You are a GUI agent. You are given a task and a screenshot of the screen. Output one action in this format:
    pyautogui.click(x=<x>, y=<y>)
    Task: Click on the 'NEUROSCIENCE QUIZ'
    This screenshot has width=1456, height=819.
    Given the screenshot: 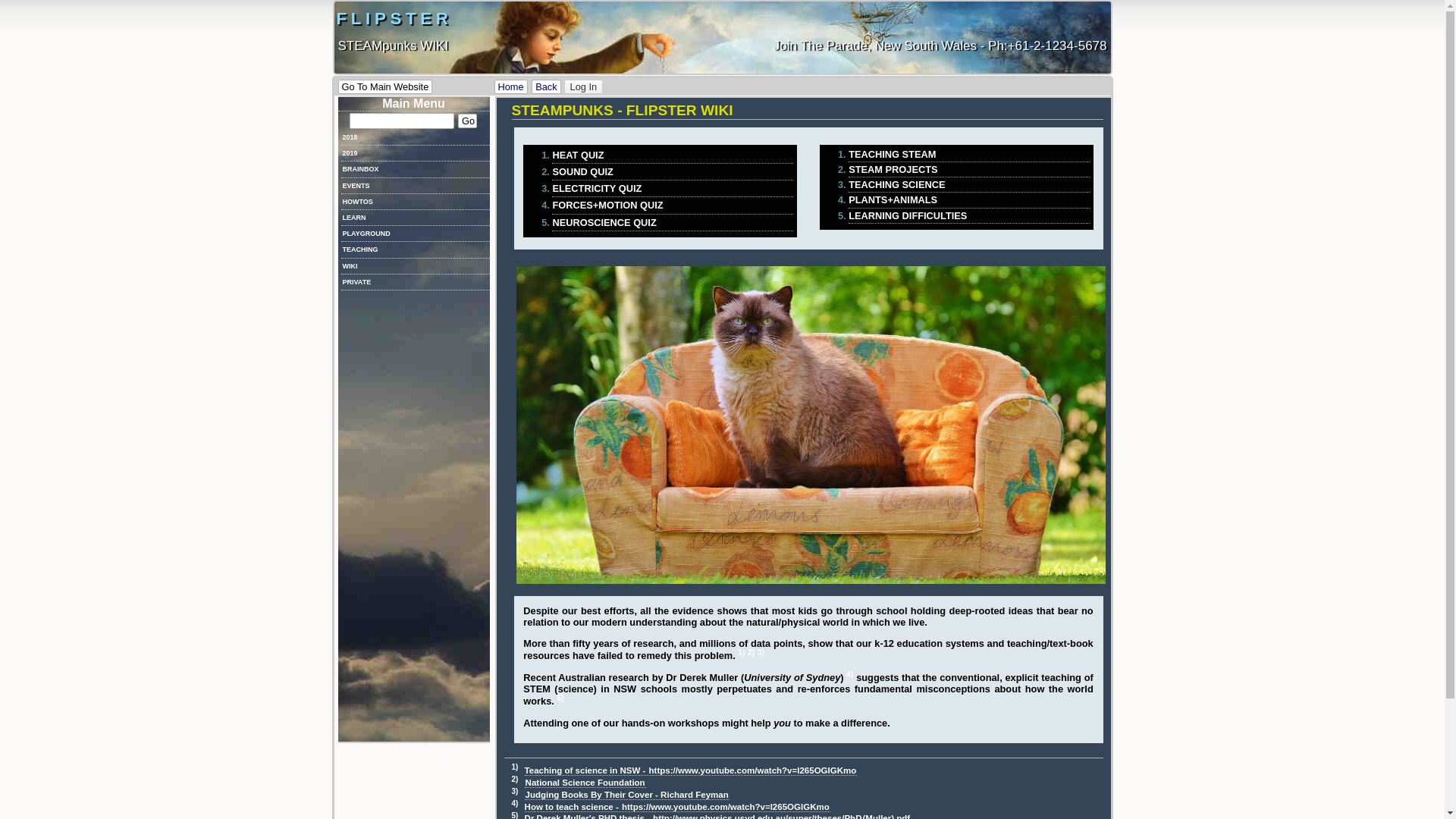 What is the action you would take?
    pyautogui.click(x=671, y=222)
    